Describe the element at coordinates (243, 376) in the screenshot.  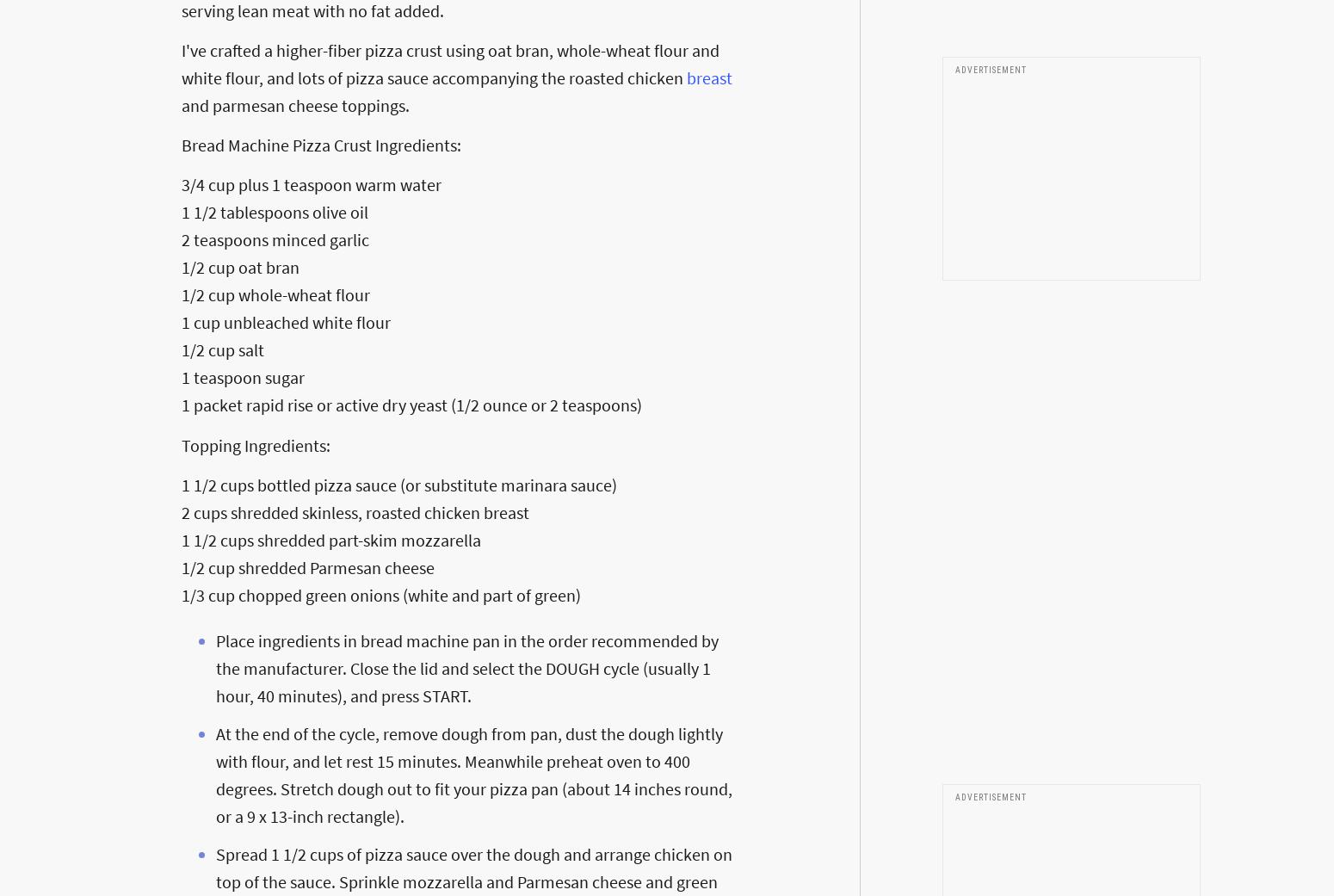
I see `'1 teaspoon sugar'` at that location.